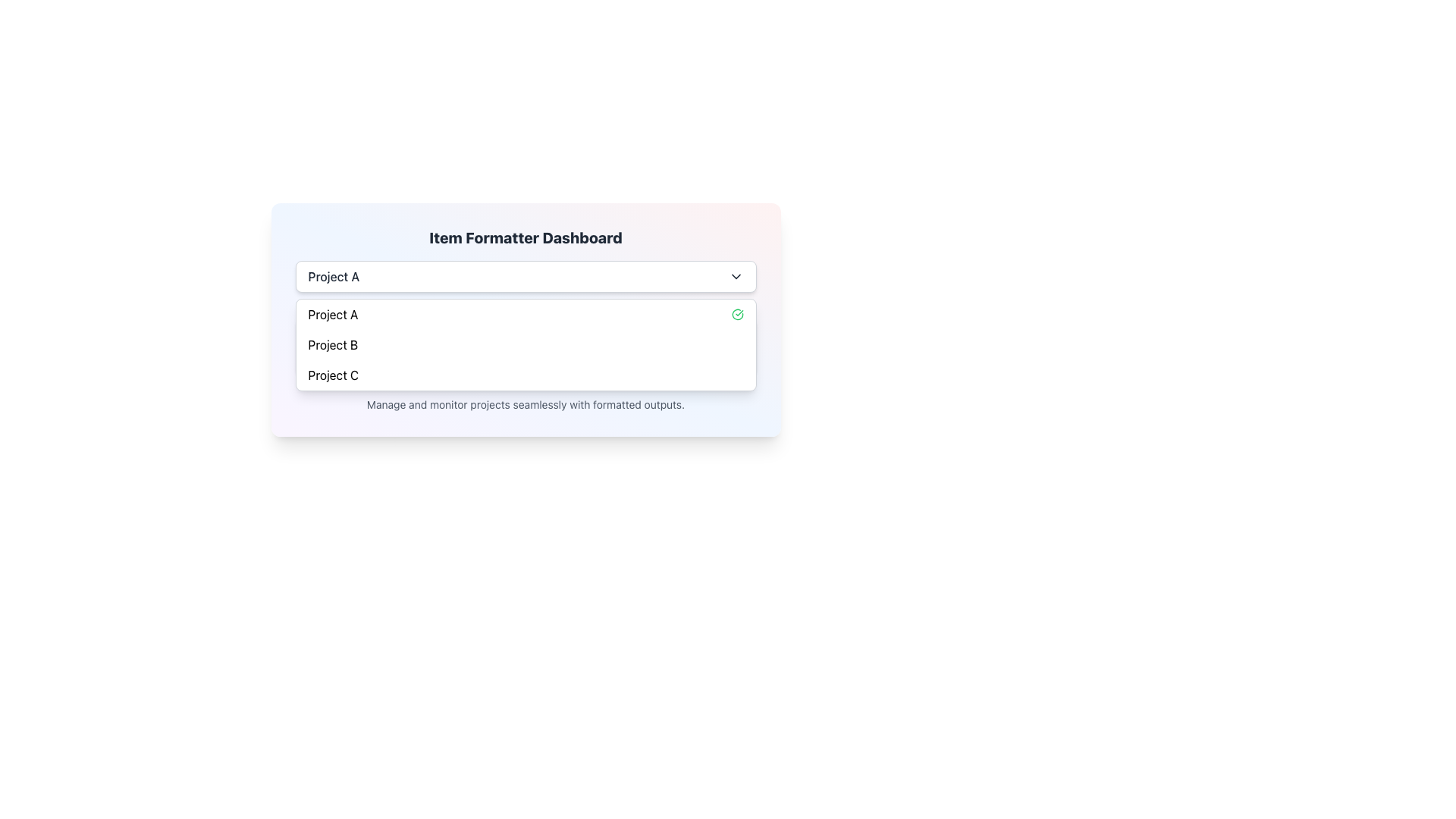 The image size is (1456, 819). Describe the element at coordinates (526, 375) in the screenshot. I see `the third item in the dropdown menu` at that location.